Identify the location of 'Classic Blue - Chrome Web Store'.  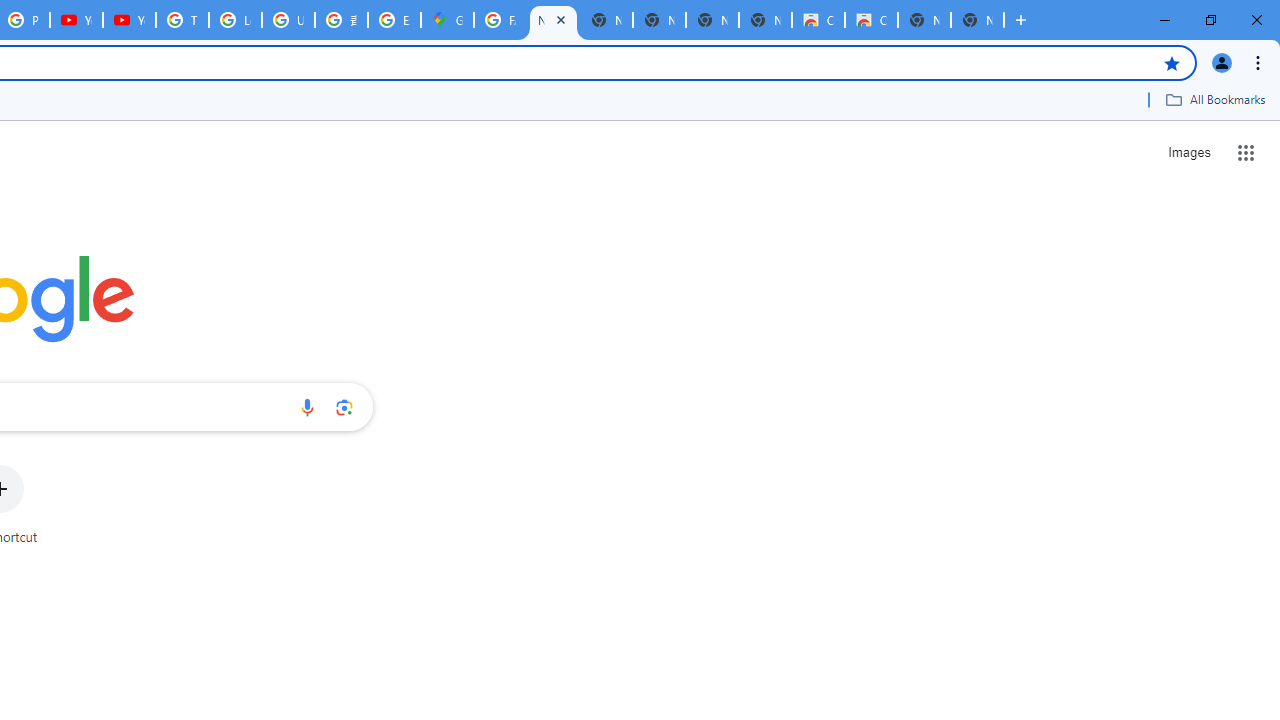
(871, 20).